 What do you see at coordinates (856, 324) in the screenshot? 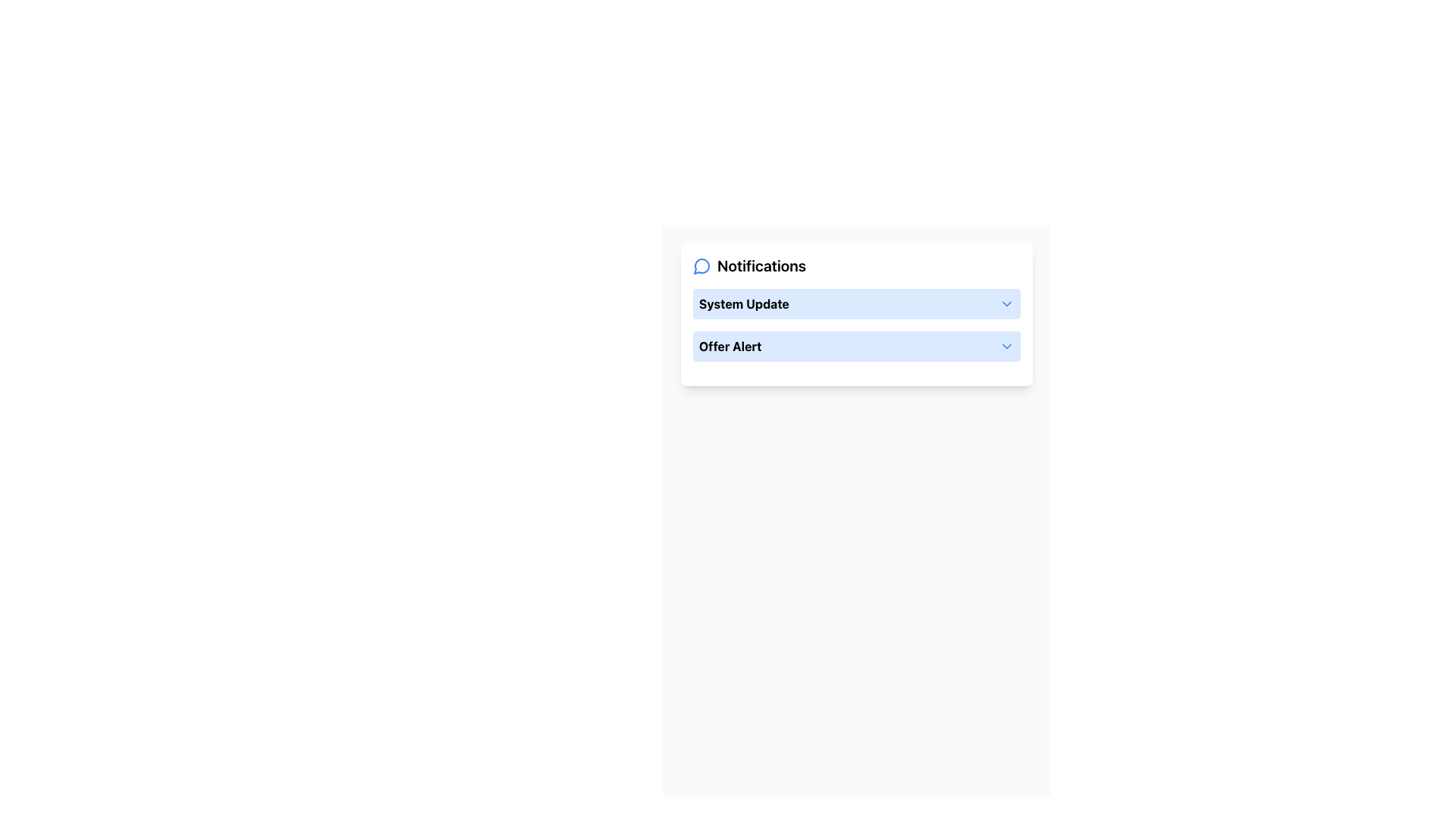
I see `the 'System Update' row in the collapsible list` at bounding box center [856, 324].